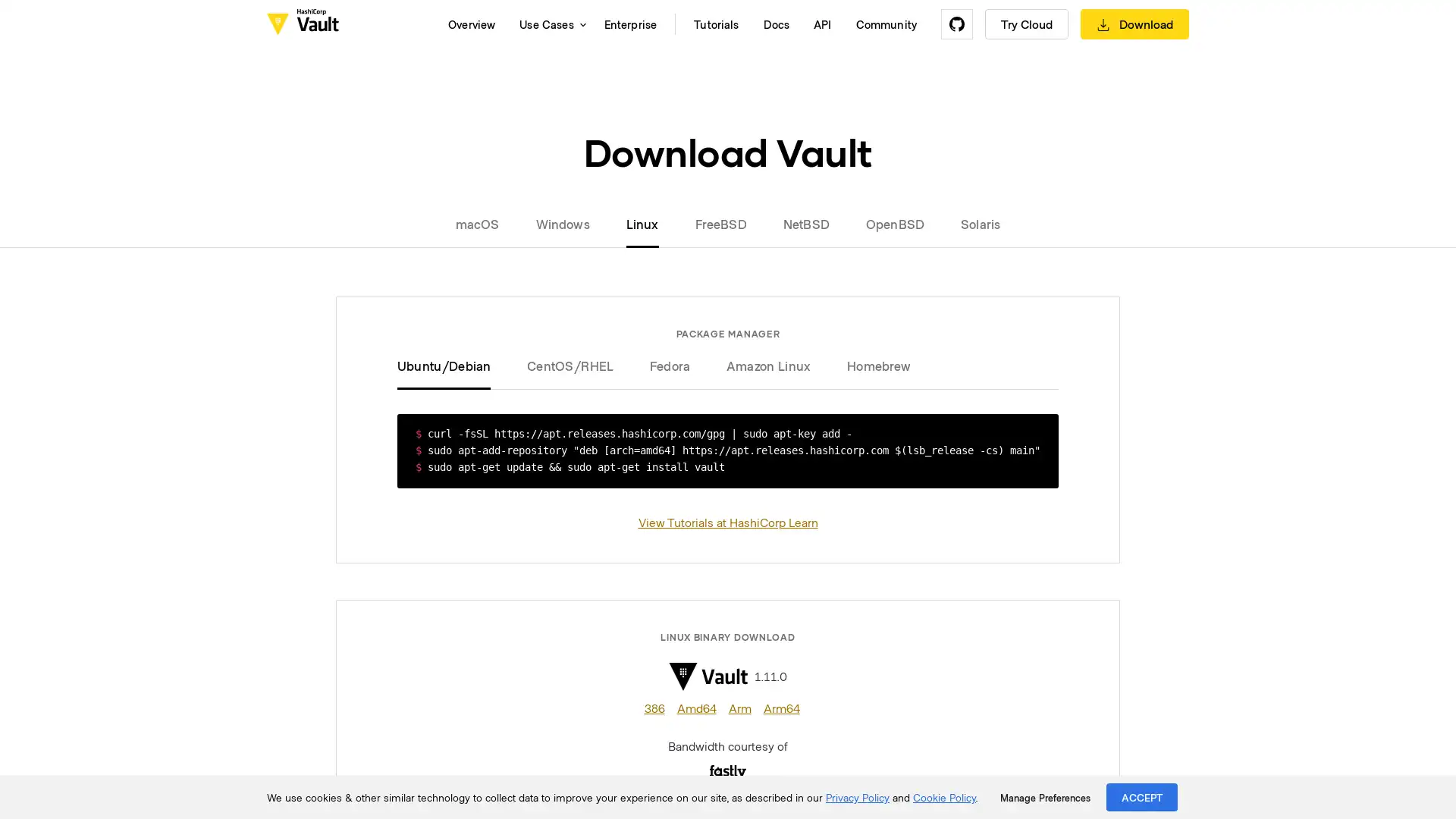  Describe the element at coordinates (805, 223) in the screenshot. I see `NetBSD` at that location.